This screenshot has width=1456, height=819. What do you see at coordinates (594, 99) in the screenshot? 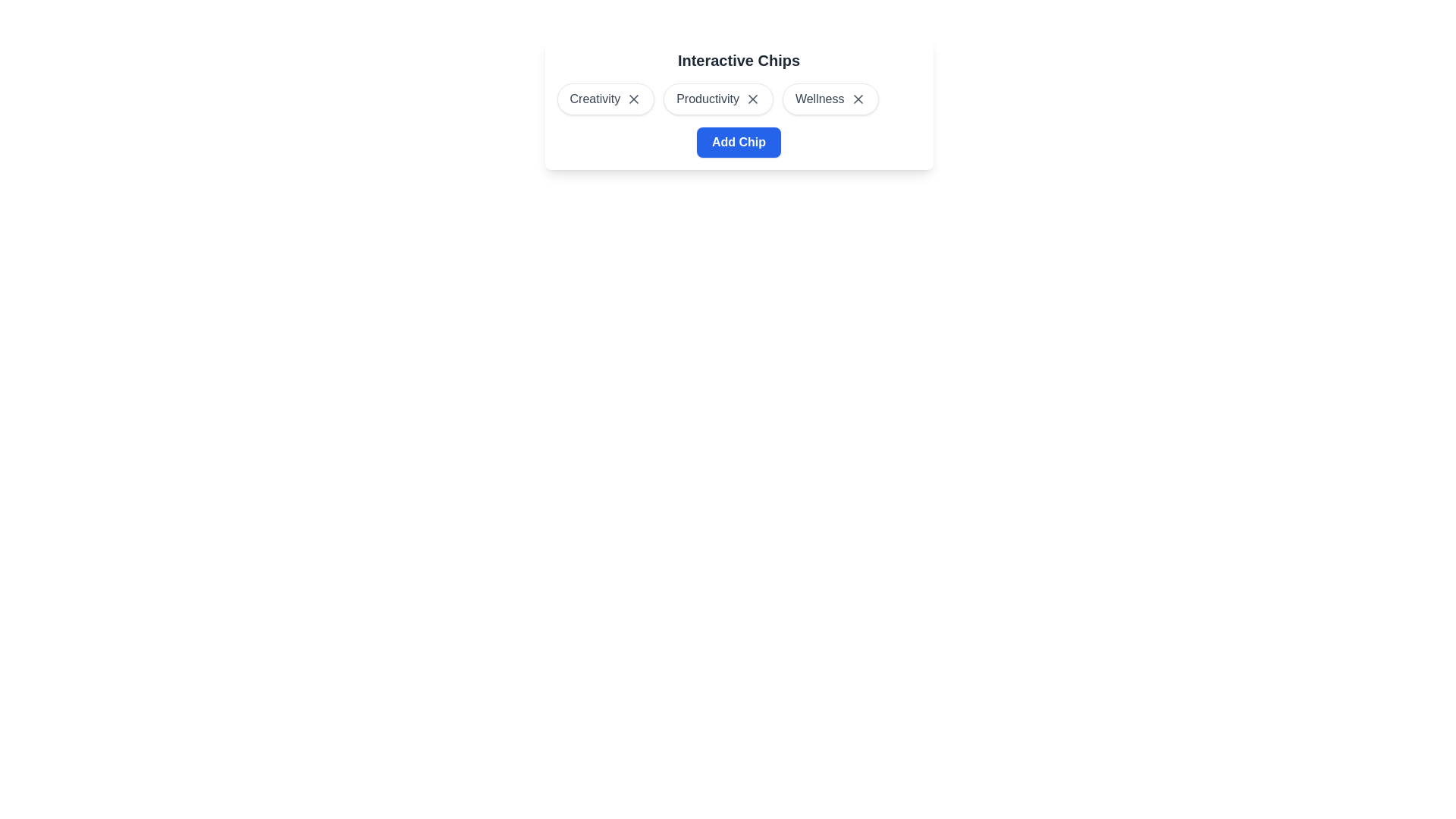
I see `text 'Creativity' displayed in gray with medium font weight, centered within its interactive chip component` at bounding box center [594, 99].